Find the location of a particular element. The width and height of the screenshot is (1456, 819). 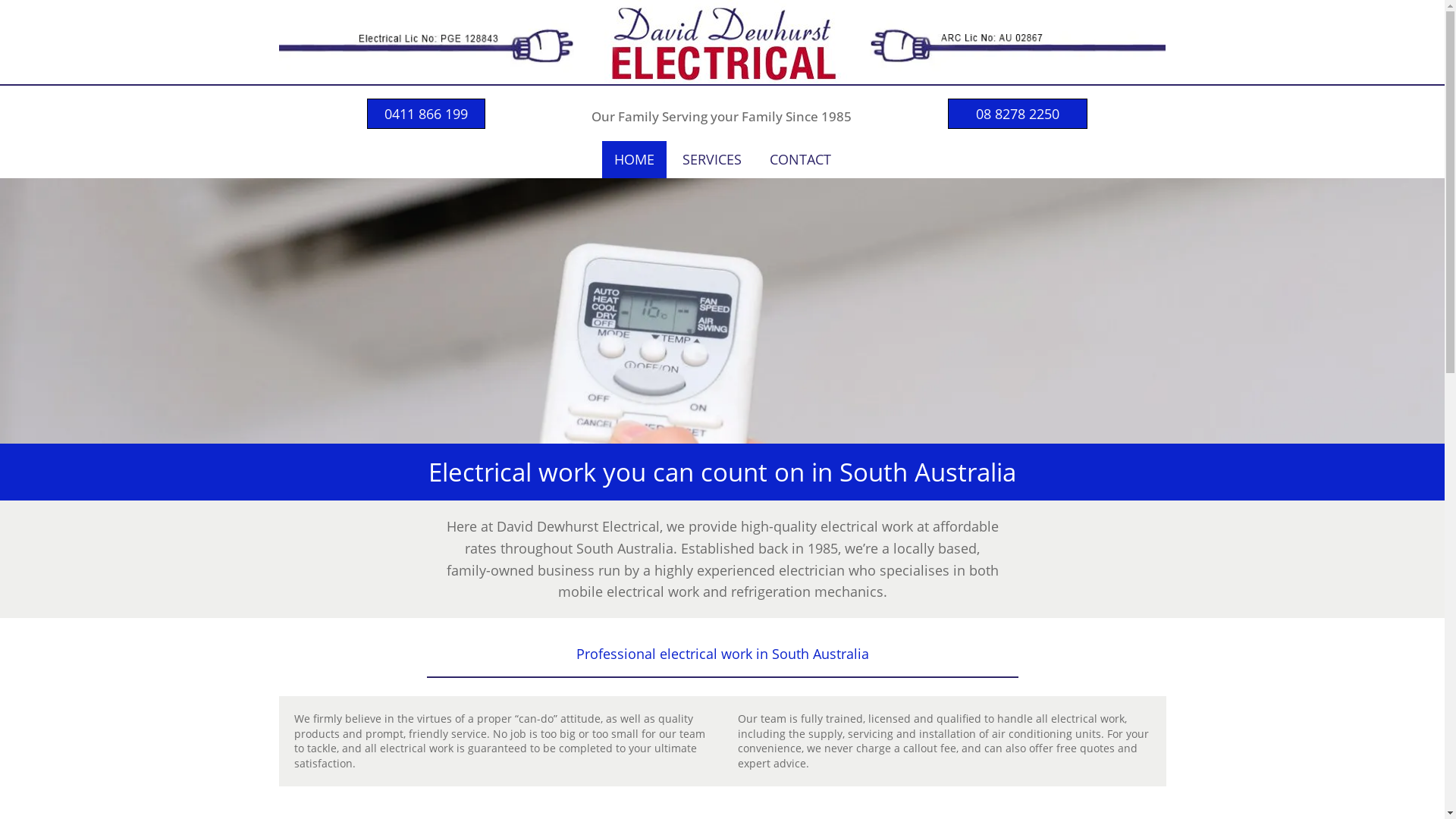

'CONTACT' is located at coordinates (757, 159).